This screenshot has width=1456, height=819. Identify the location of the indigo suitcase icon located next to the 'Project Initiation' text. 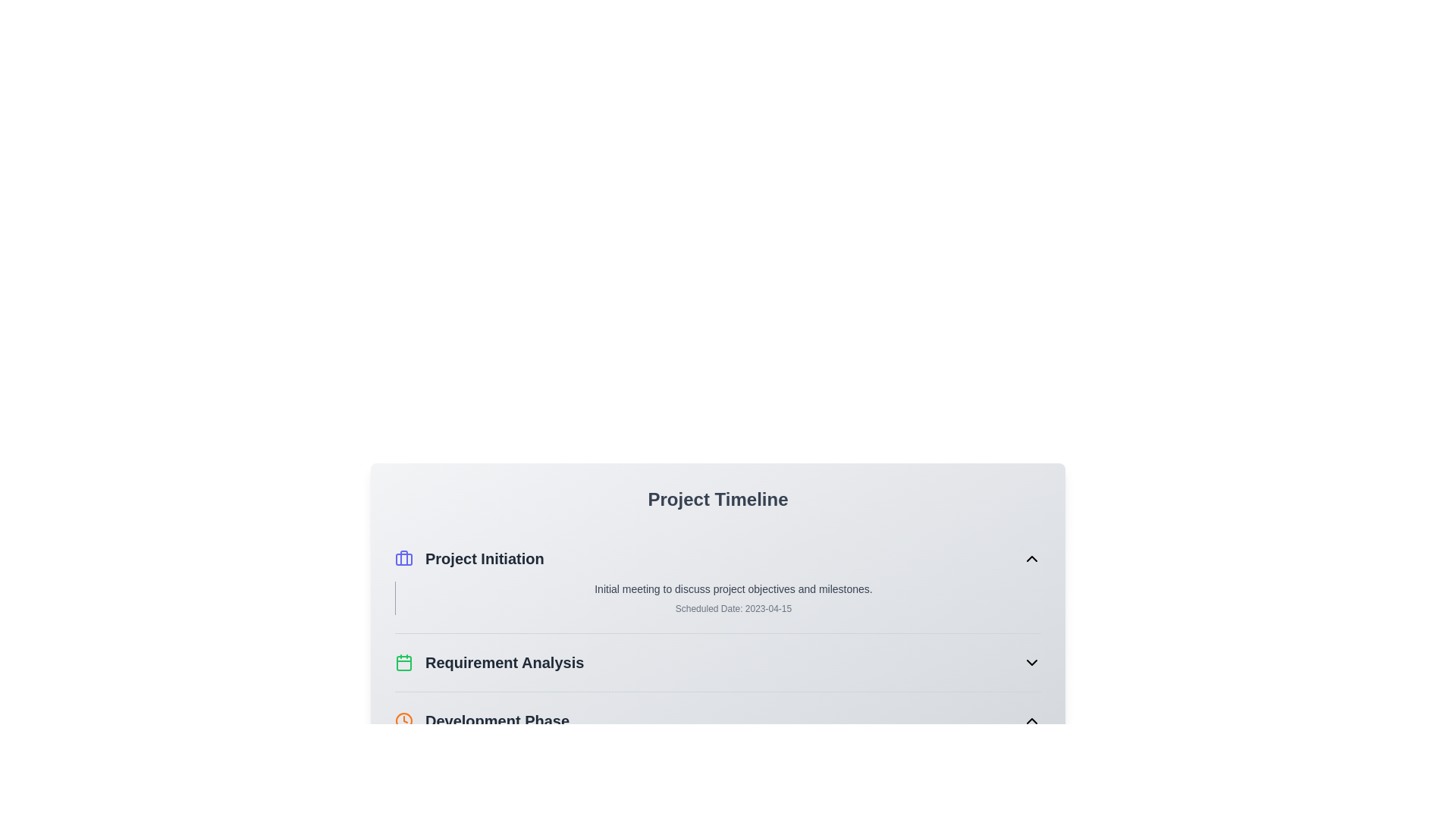
(403, 558).